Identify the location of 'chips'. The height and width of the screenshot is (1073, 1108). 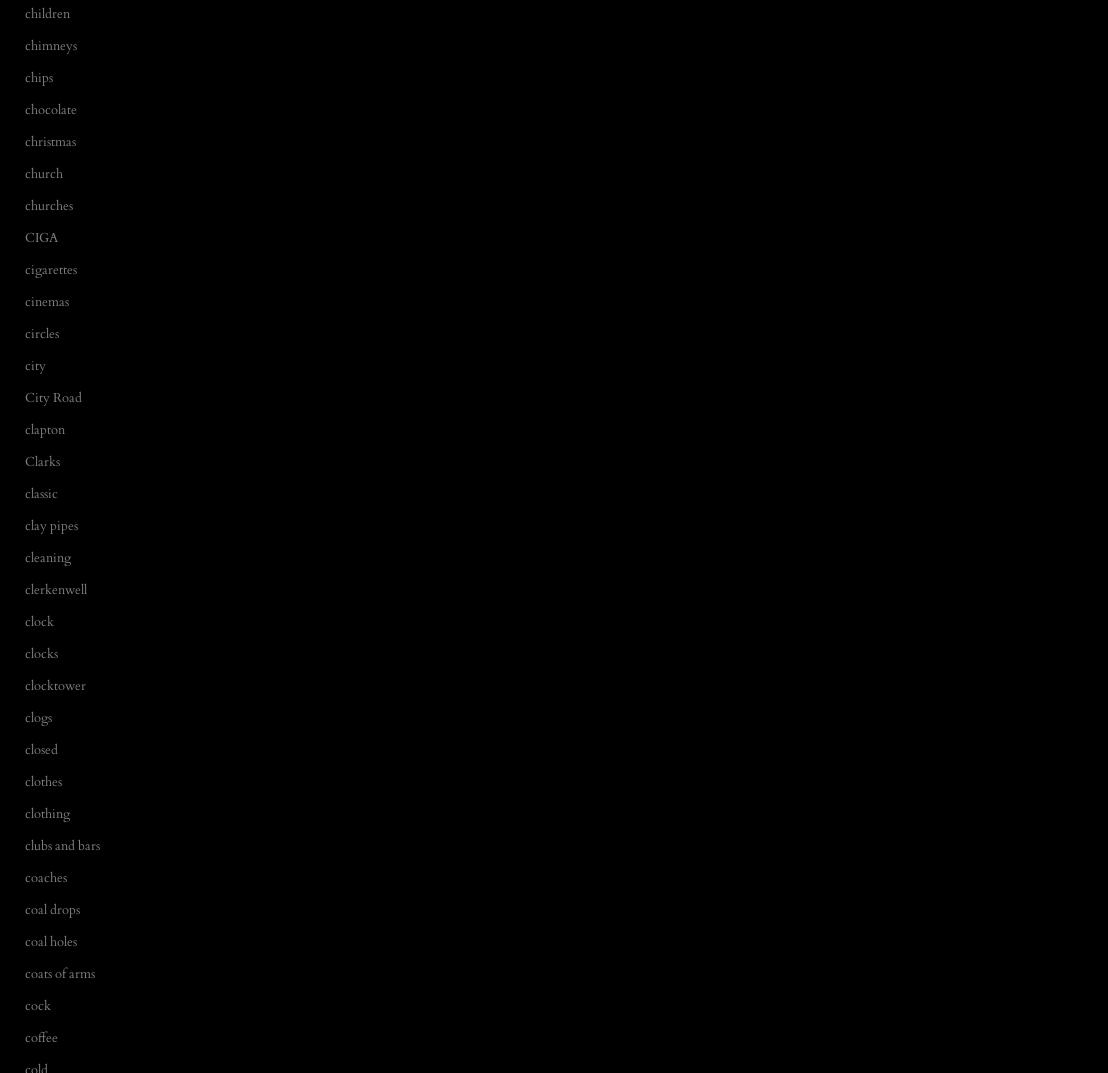
(25, 77).